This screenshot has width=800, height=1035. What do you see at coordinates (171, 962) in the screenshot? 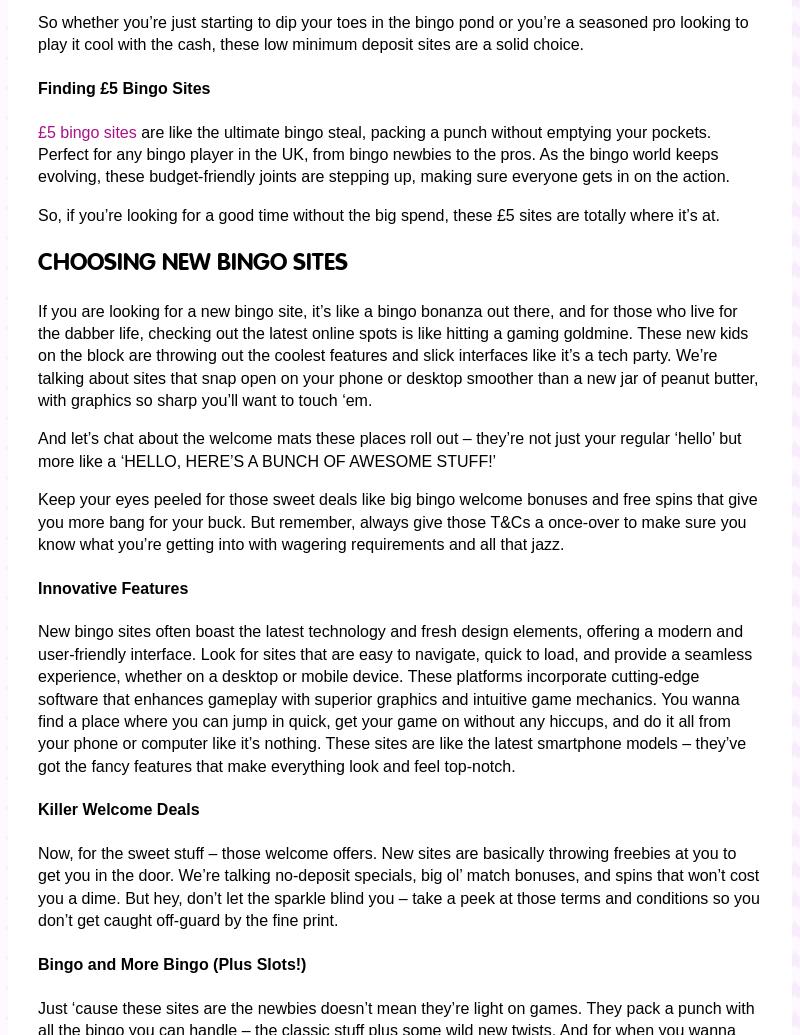
I see `'Bingo and More Bingo (Plus Slots!)'` at bounding box center [171, 962].